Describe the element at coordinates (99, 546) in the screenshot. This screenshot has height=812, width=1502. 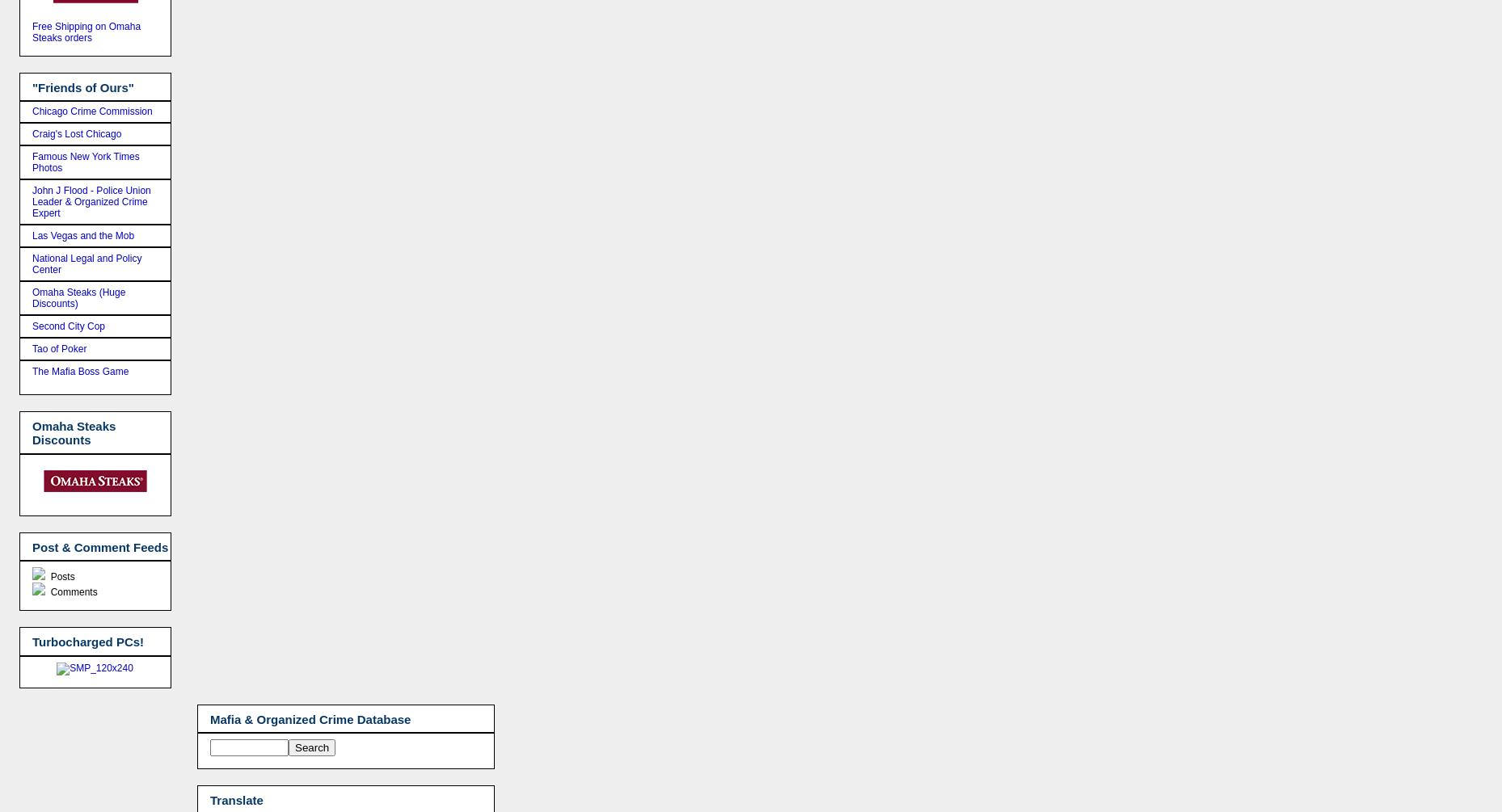
I see `'Post & Comment Feeds'` at that location.